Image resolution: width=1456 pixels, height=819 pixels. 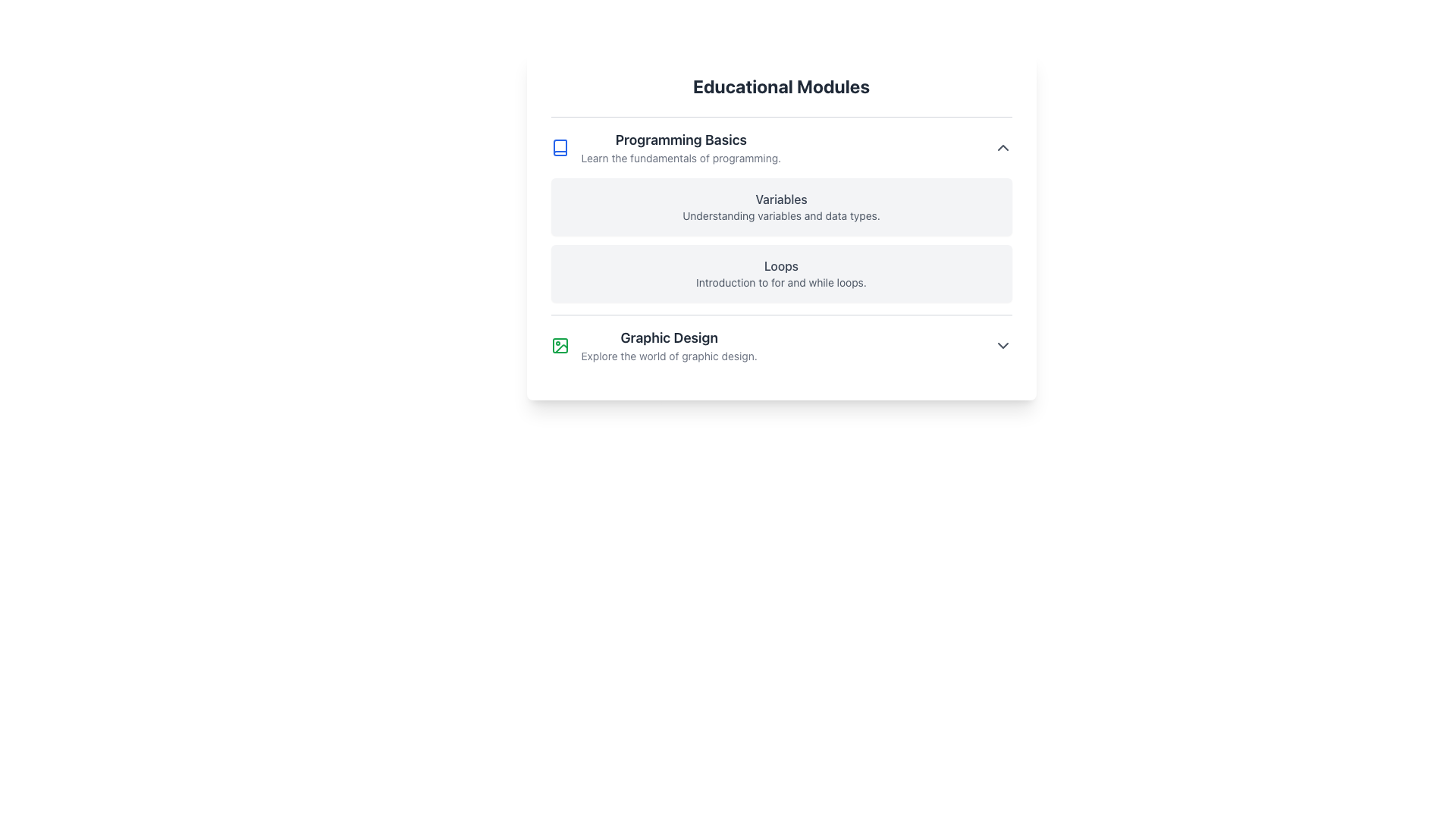 What do you see at coordinates (781, 148) in the screenshot?
I see `title 'Programming Basics' and subtitle 'Learn the fundamentals of programming.' from the first Expandable List Item in the educational modules list` at bounding box center [781, 148].